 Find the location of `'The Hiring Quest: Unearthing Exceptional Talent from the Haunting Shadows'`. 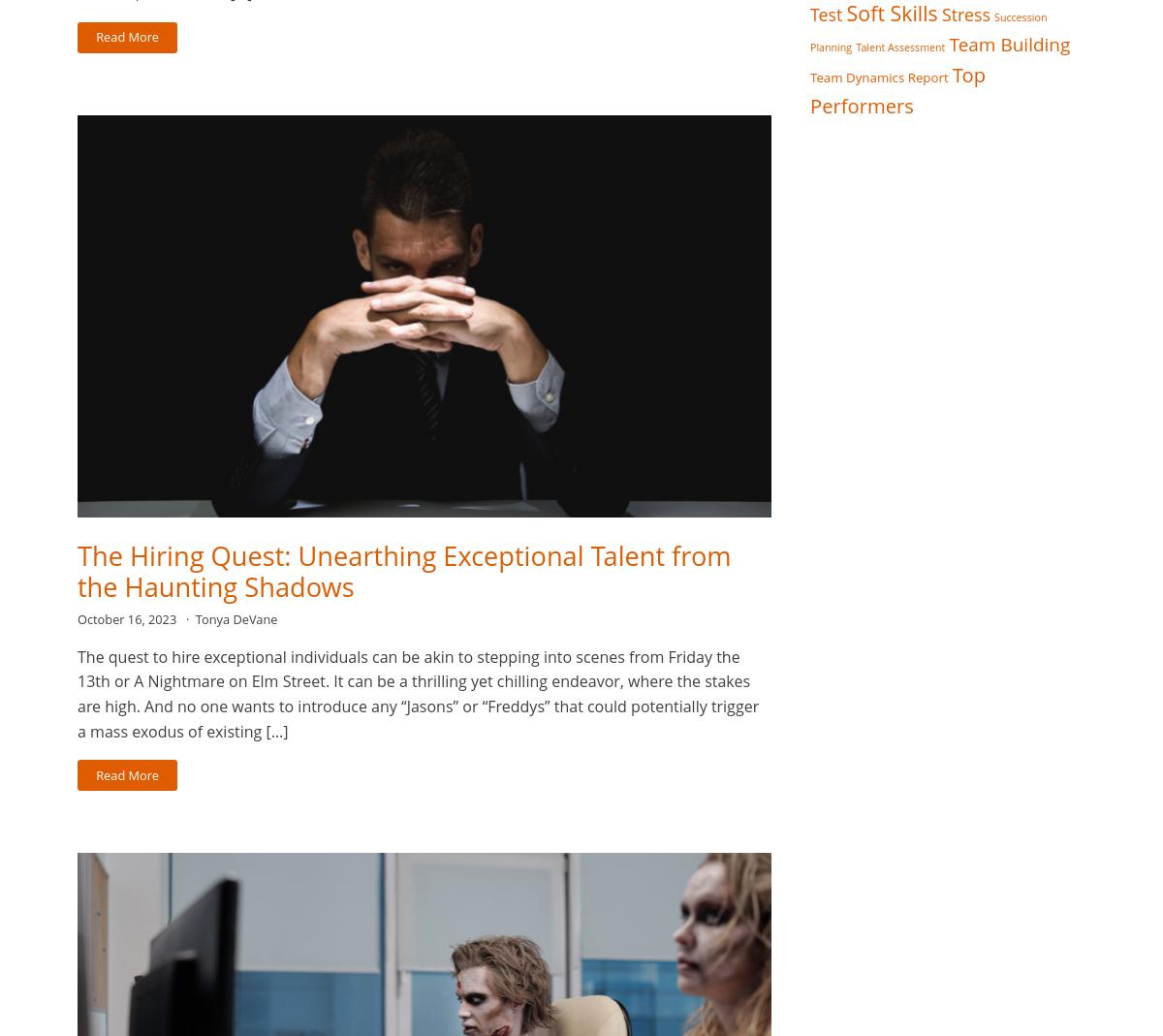

'The Hiring Quest: Unearthing Exceptional Talent from the Haunting Shadows' is located at coordinates (78, 571).